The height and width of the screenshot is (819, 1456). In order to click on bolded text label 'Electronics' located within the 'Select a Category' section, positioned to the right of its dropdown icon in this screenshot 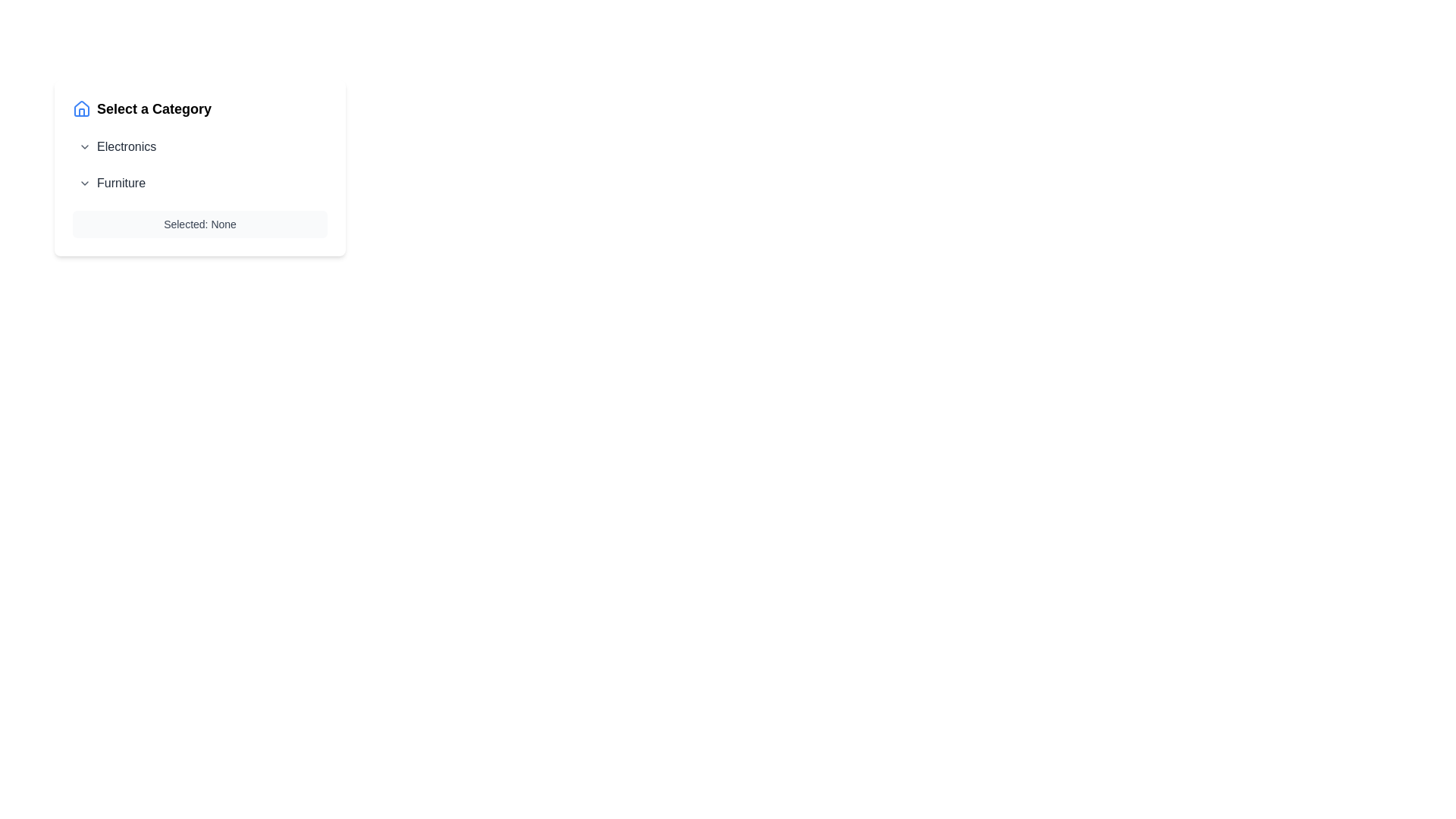, I will do `click(127, 146)`.